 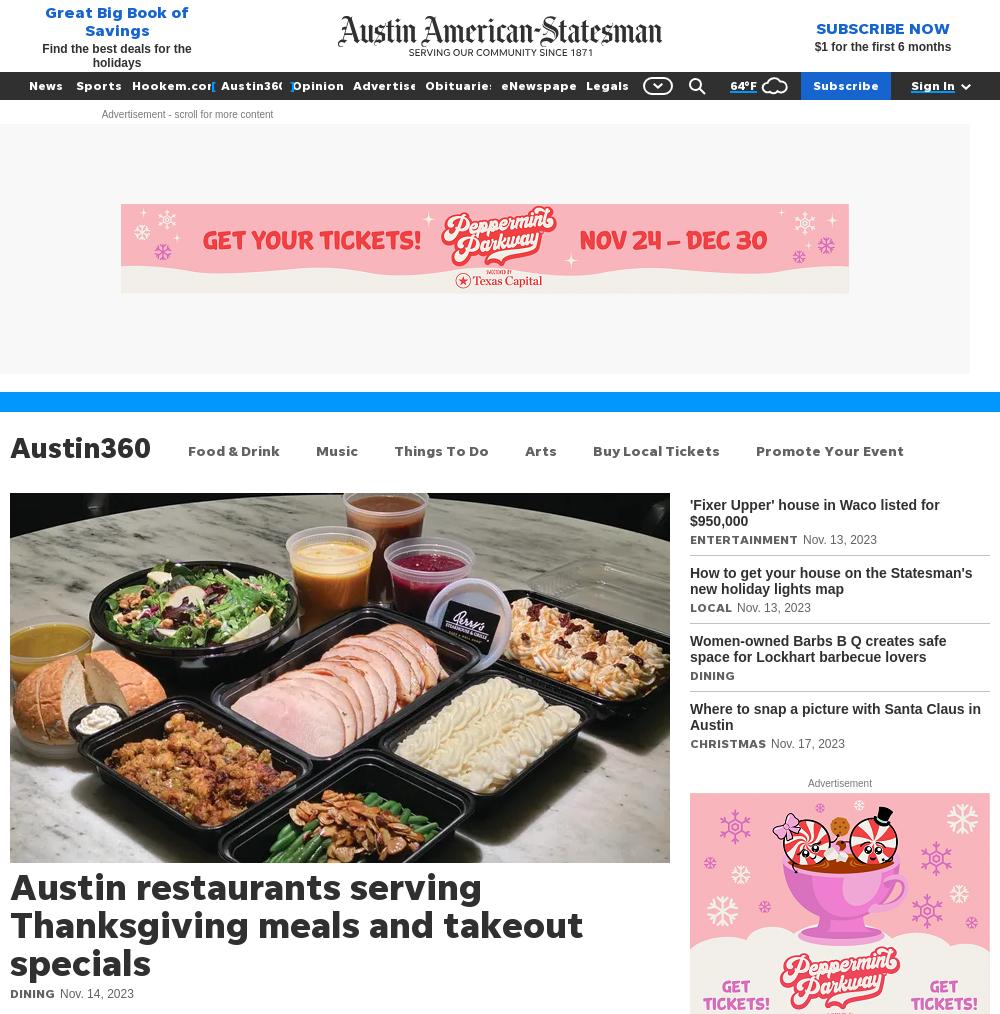 I want to click on 'Things To Do', so click(x=394, y=450).